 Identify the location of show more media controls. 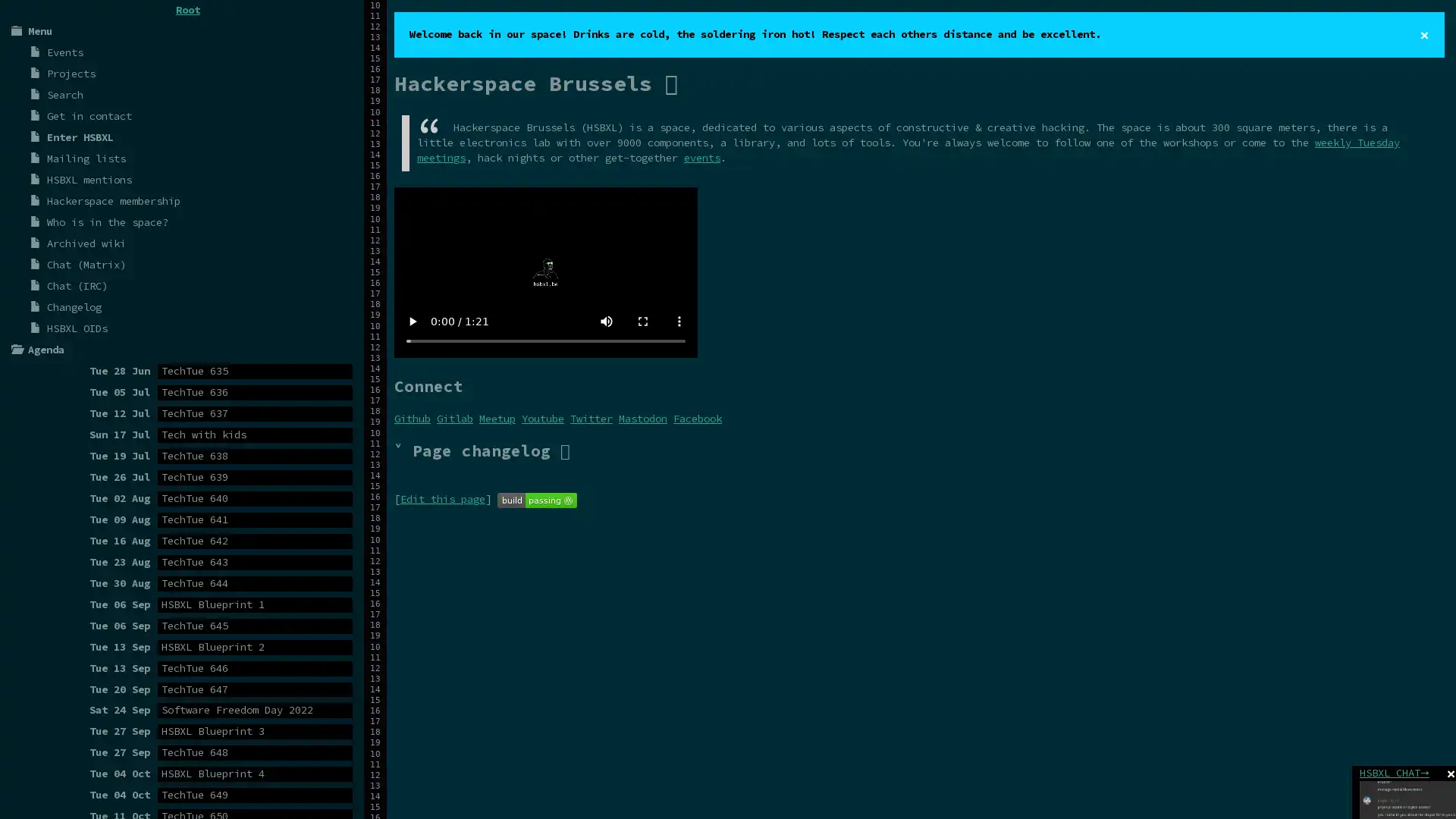
(679, 320).